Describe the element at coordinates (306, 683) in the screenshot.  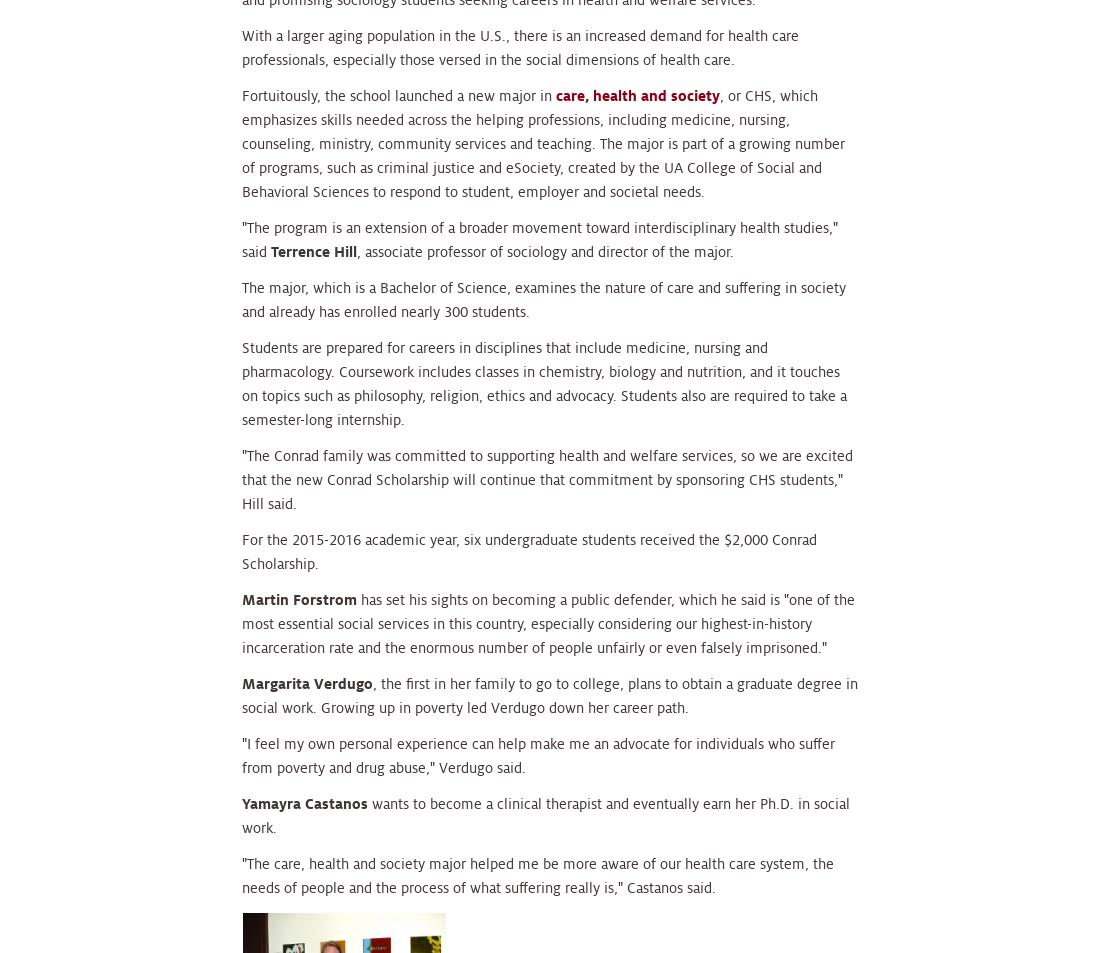
I see `'Margarita Verdugo'` at that location.